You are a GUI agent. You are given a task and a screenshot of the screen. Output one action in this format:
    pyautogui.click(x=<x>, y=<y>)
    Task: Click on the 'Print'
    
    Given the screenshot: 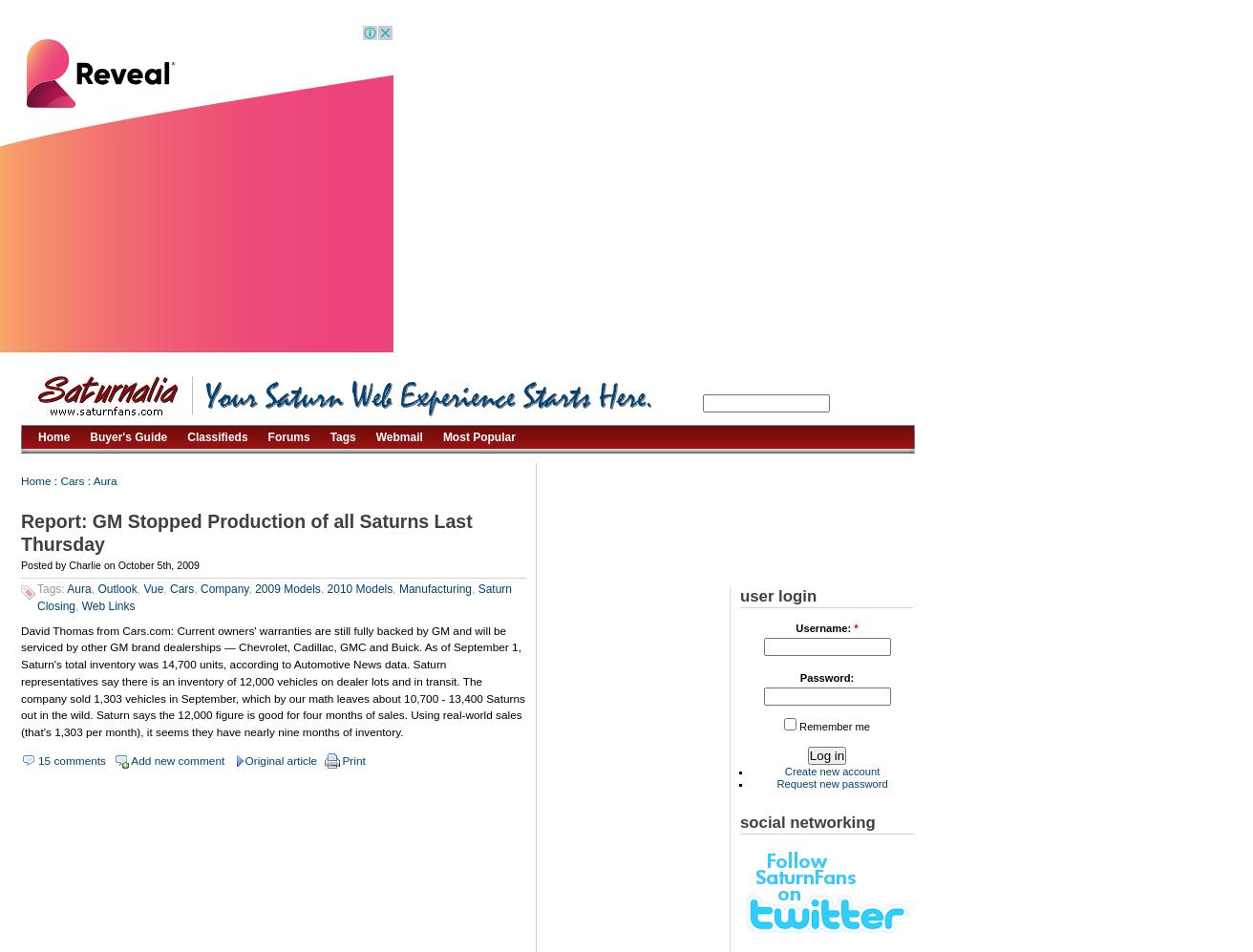 What is the action you would take?
    pyautogui.click(x=352, y=759)
    